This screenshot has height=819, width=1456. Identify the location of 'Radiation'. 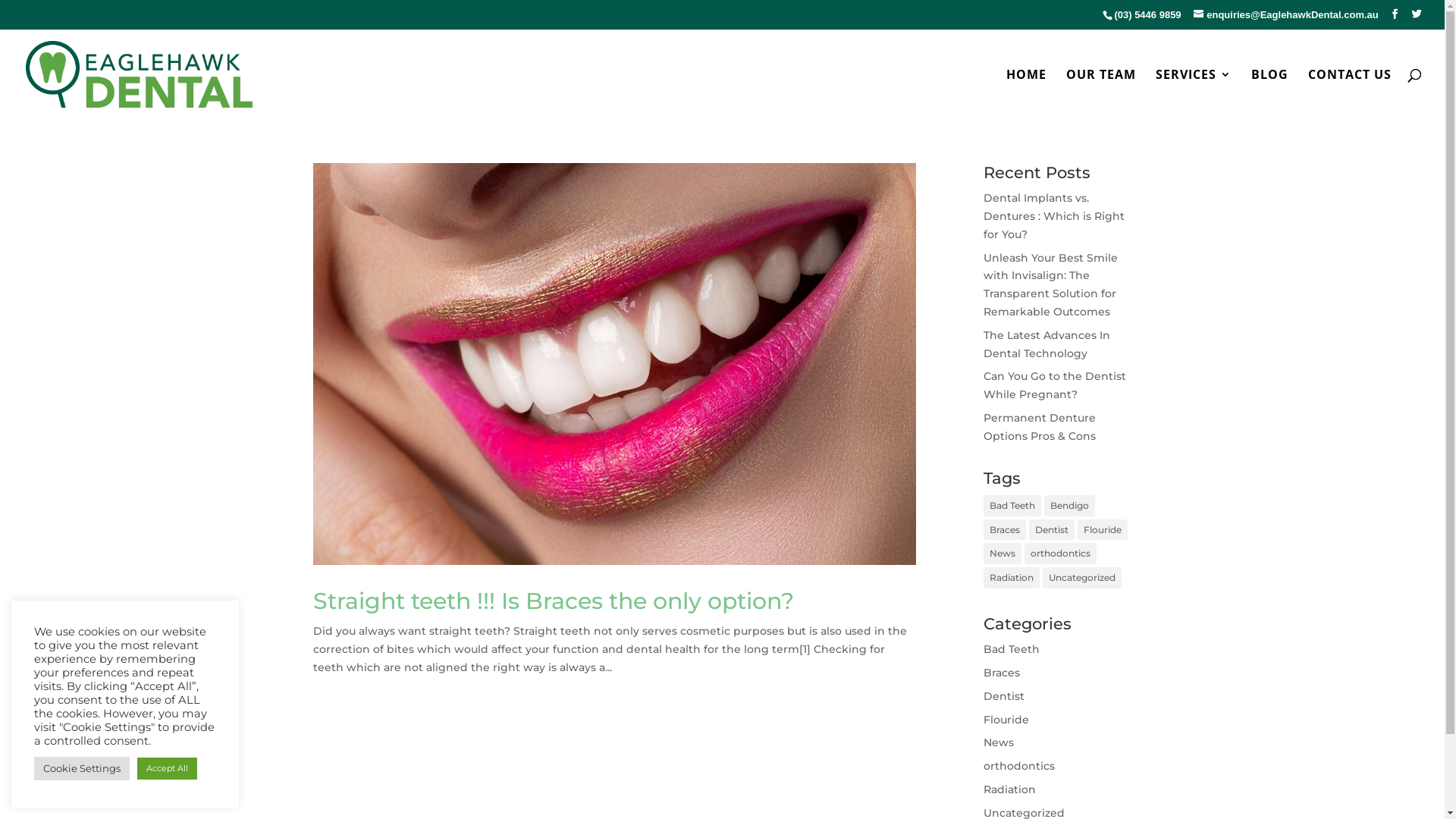
(983, 578).